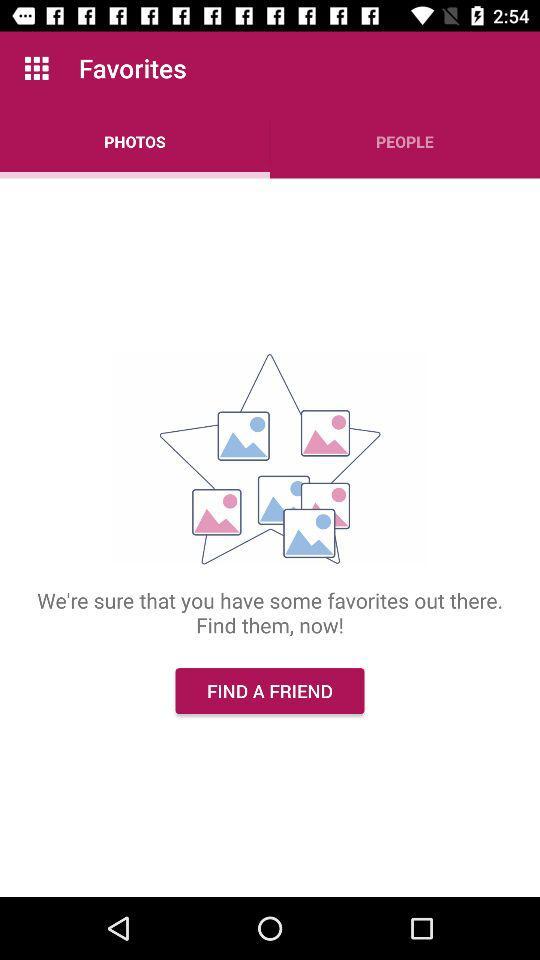 This screenshot has width=540, height=960. I want to click on people item, so click(405, 140).